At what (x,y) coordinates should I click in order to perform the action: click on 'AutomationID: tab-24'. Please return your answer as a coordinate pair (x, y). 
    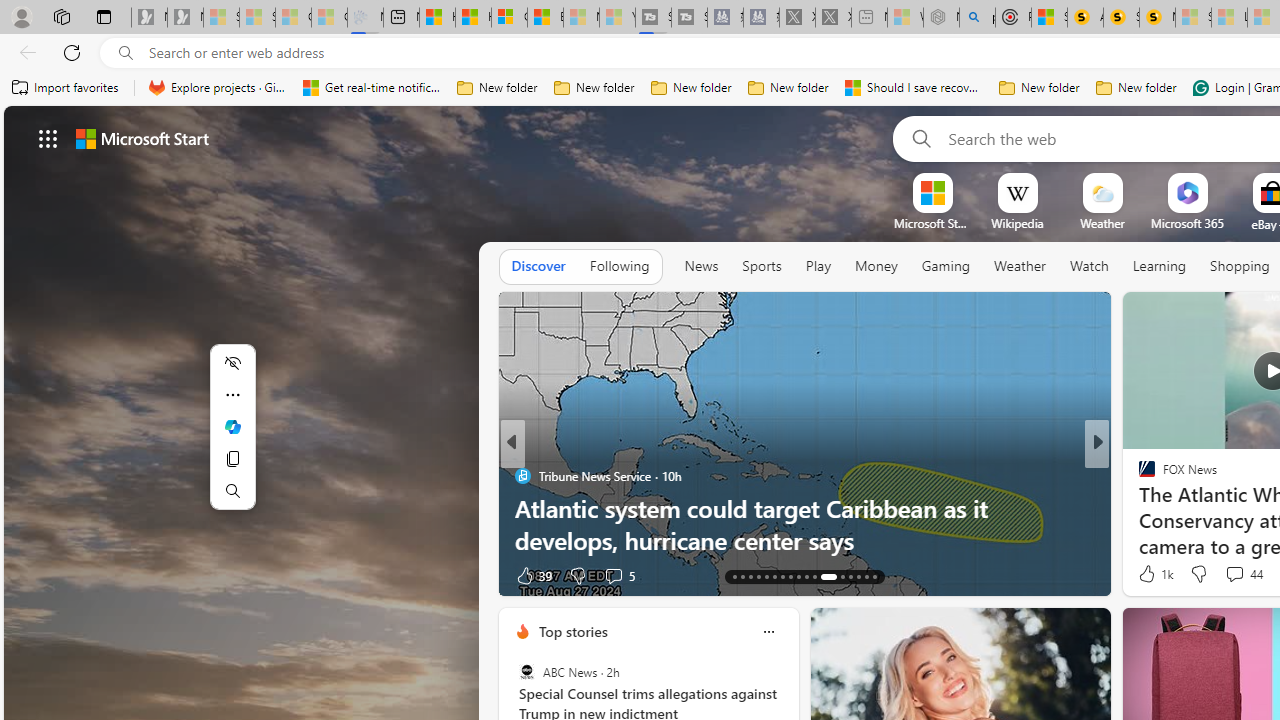
    Looking at the image, I should click on (822, 577).